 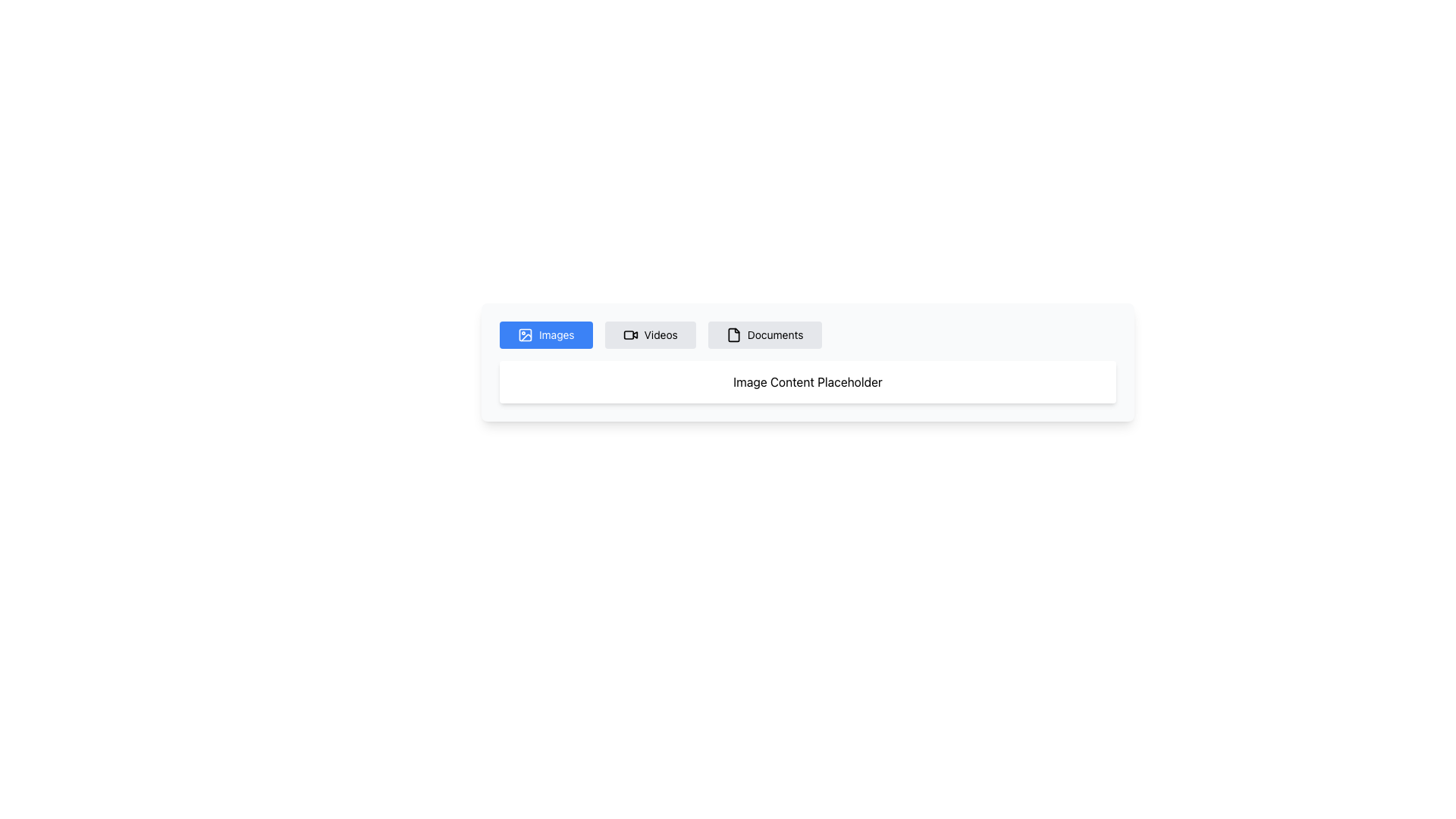 What do you see at coordinates (807, 381) in the screenshot?
I see `the text placeholder inside the rectangular field that indicates it will display image-related content` at bounding box center [807, 381].